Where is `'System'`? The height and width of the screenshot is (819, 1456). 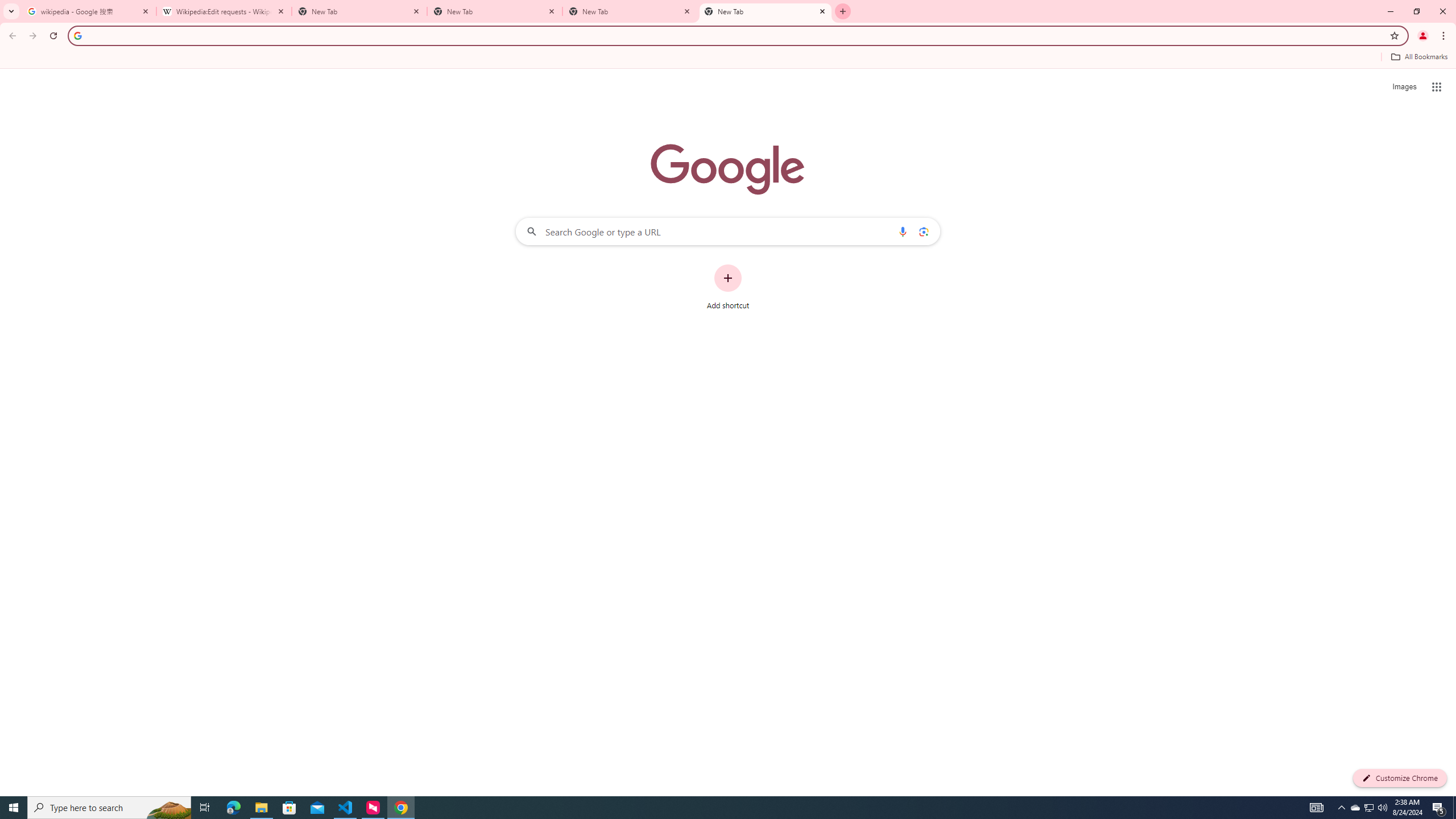 'System' is located at coordinates (6, 5).